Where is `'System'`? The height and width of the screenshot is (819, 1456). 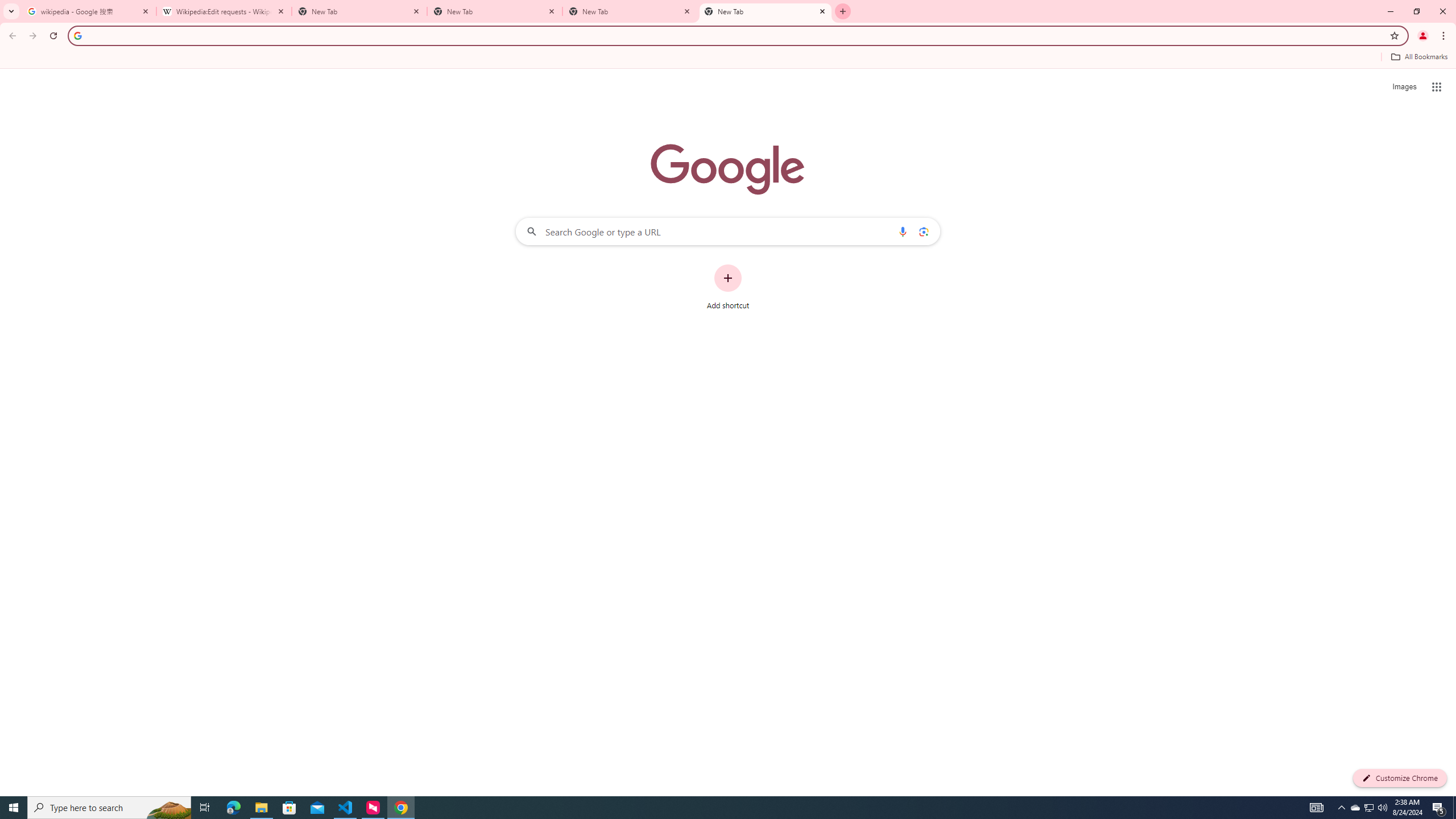 'System' is located at coordinates (6, 5).